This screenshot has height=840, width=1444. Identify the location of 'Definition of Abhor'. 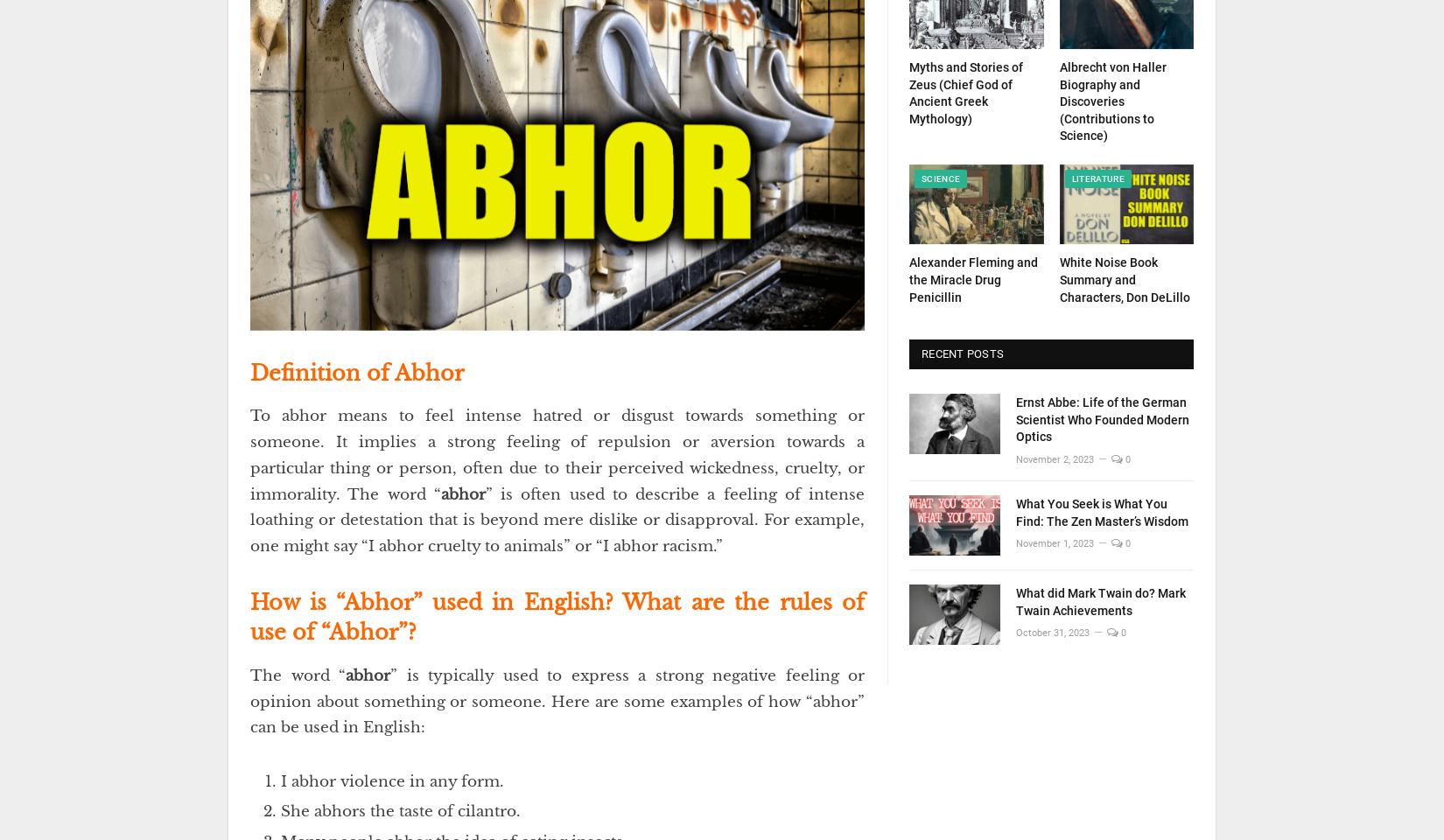
(357, 372).